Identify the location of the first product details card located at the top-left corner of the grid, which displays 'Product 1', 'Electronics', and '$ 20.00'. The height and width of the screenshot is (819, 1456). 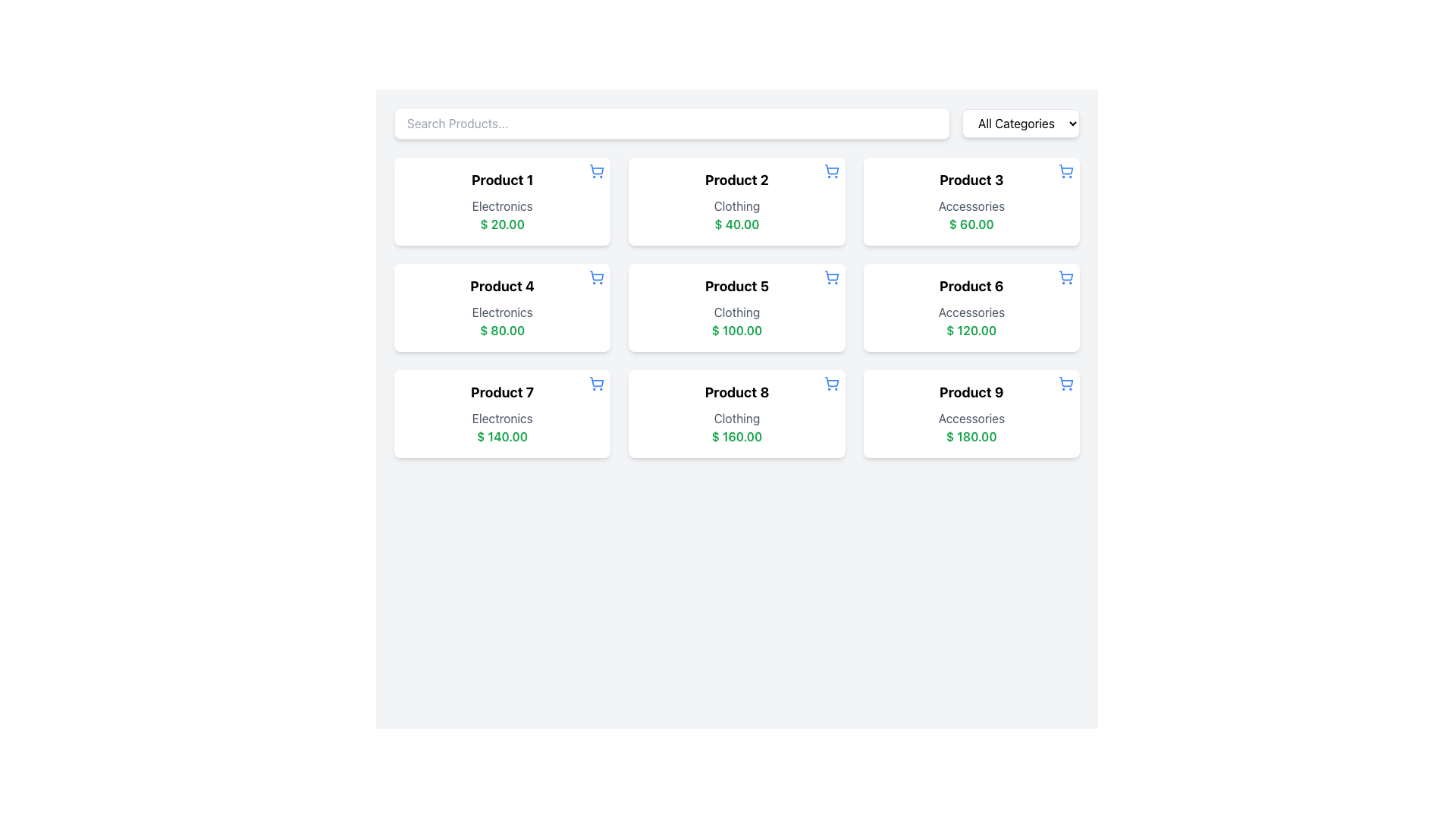
(502, 201).